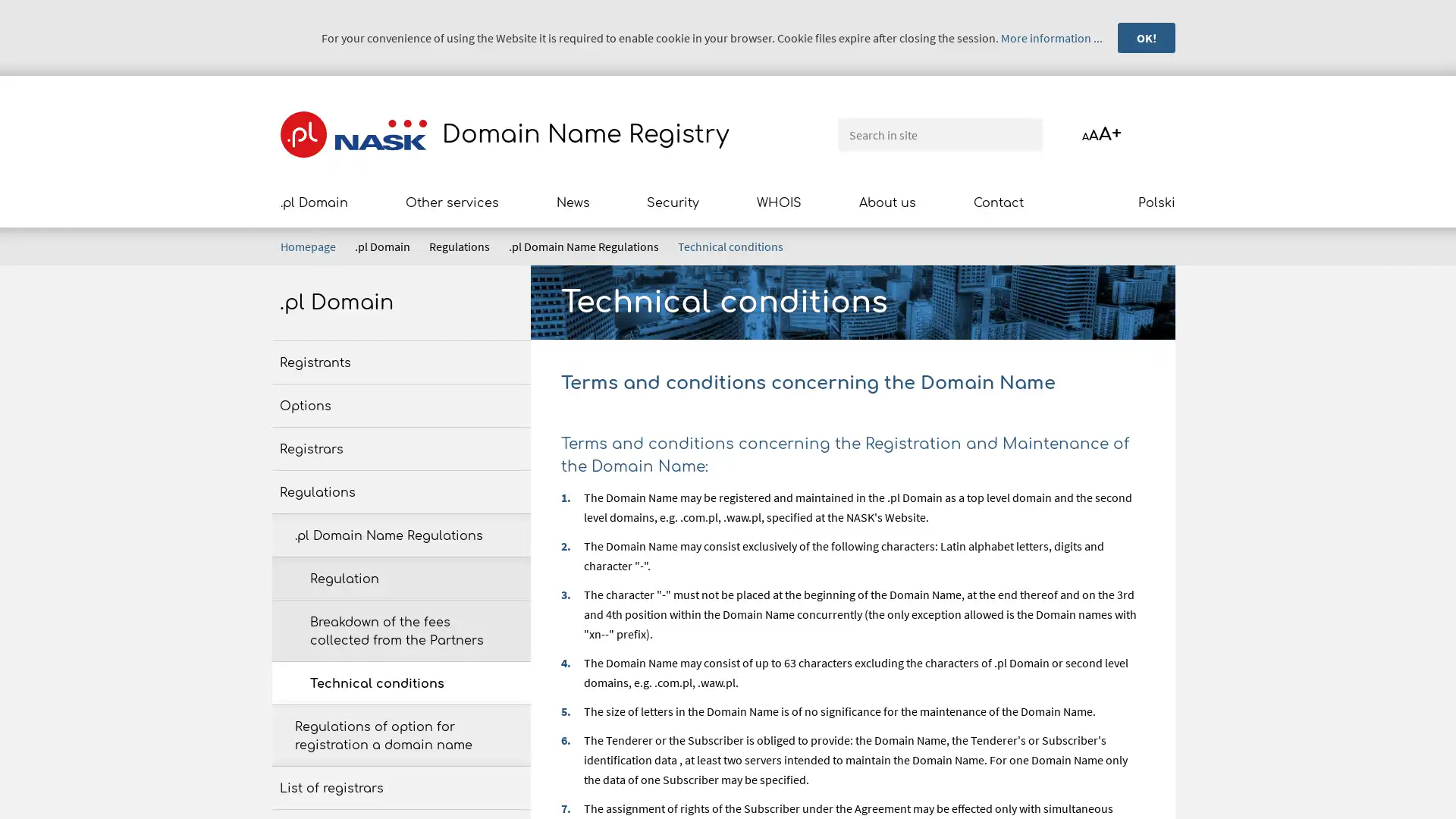 Image resolution: width=1456 pixels, height=819 pixels. What do you see at coordinates (1024, 133) in the screenshot?
I see `Search` at bounding box center [1024, 133].